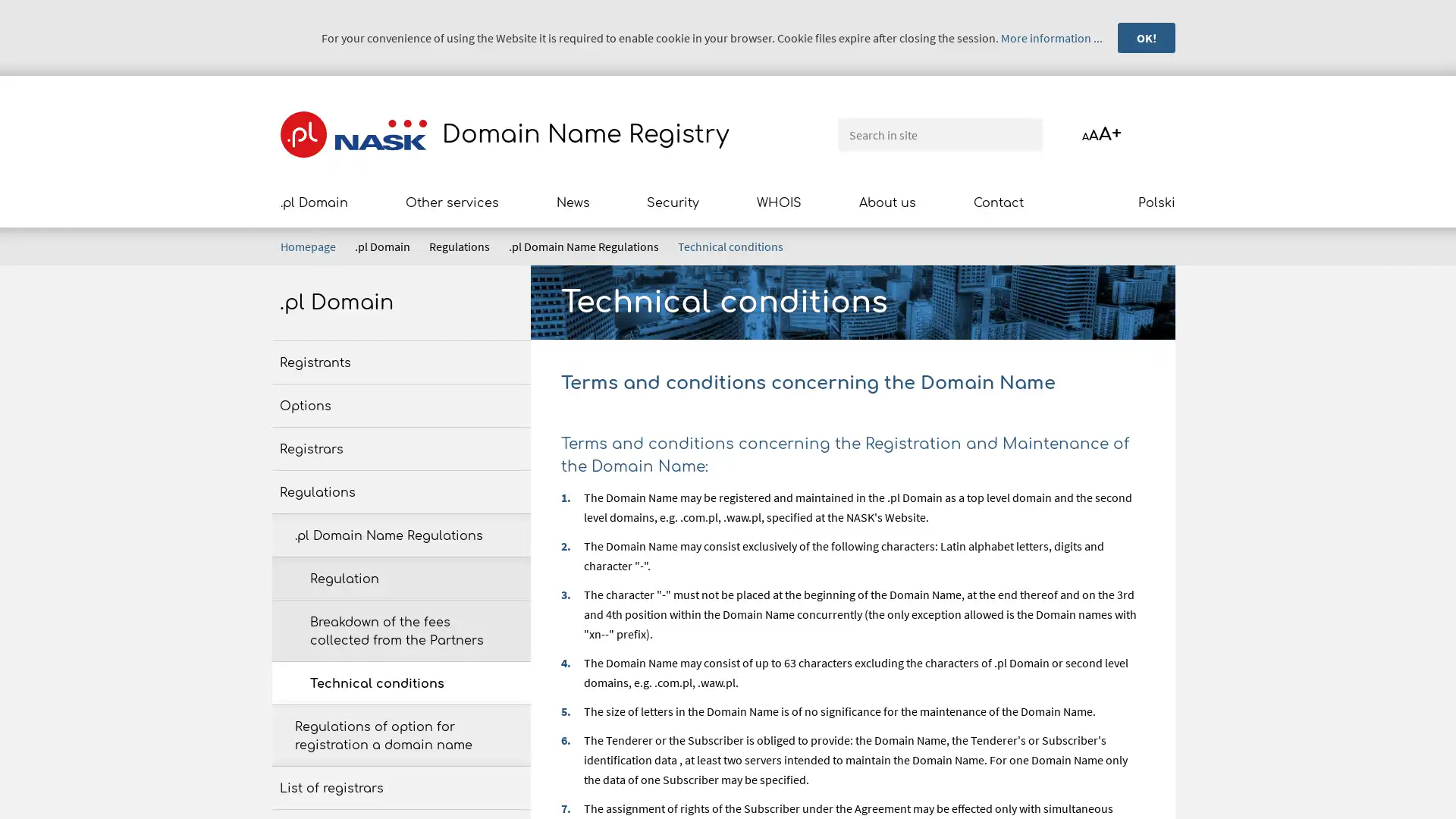 Image resolution: width=1456 pixels, height=819 pixels. What do you see at coordinates (1024, 133) in the screenshot?
I see `Search` at bounding box center [1024, 133].